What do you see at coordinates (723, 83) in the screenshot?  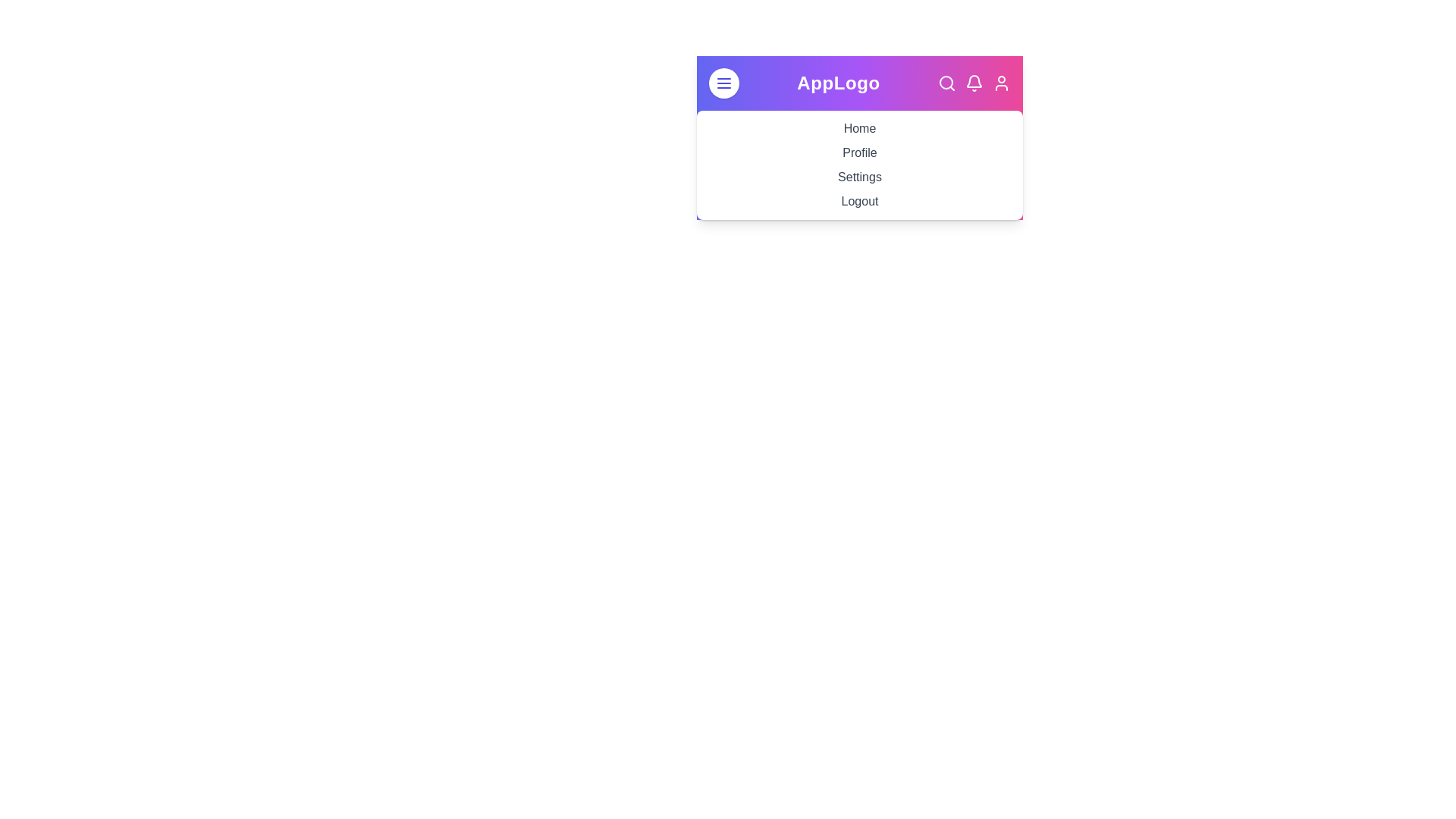 I see `the menu toggle button to expand or collapse the menu` at bounding box center [723, 83].